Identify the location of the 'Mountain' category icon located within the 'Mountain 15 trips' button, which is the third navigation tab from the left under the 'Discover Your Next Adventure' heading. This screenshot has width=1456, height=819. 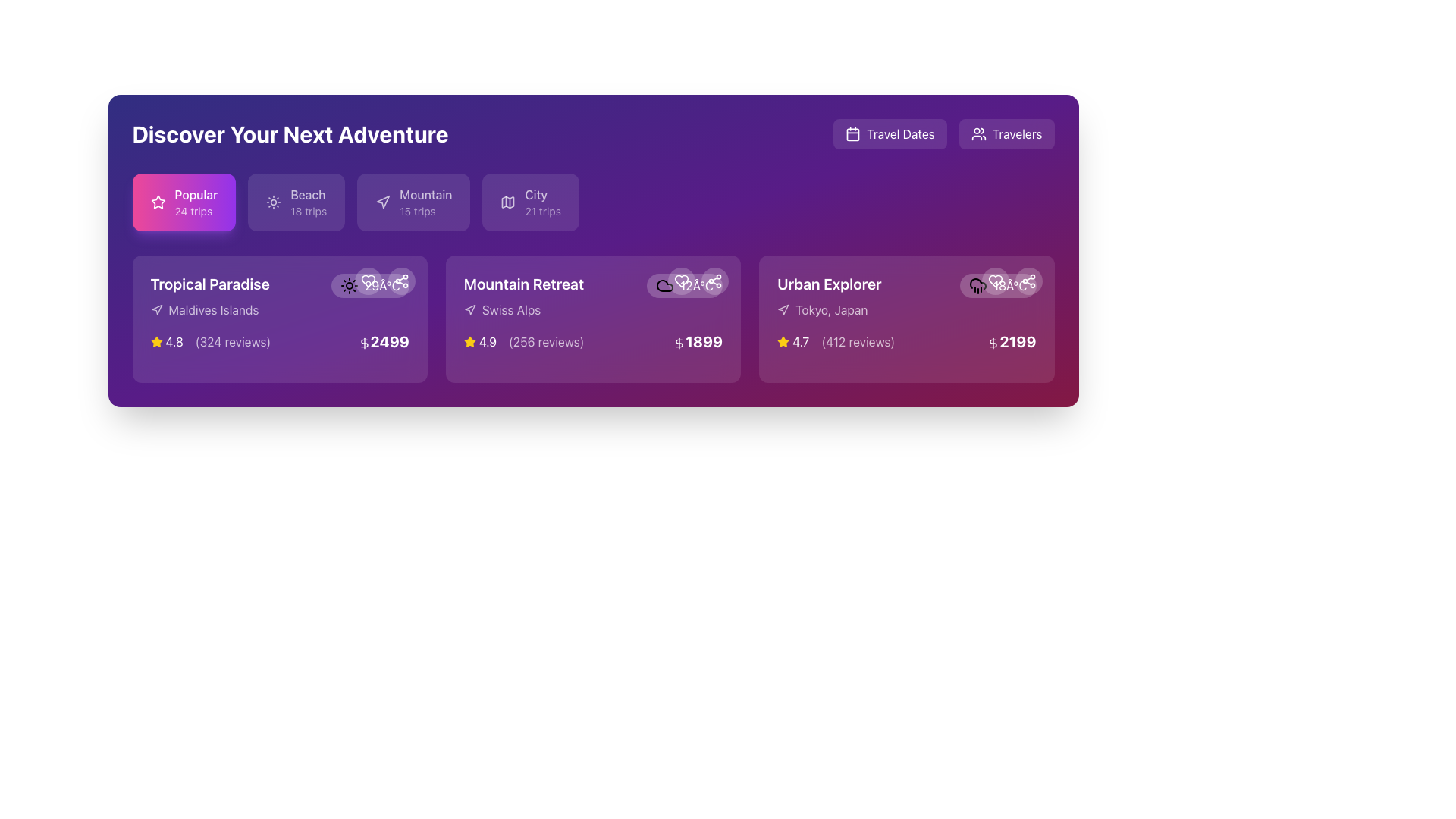
(383, 201).